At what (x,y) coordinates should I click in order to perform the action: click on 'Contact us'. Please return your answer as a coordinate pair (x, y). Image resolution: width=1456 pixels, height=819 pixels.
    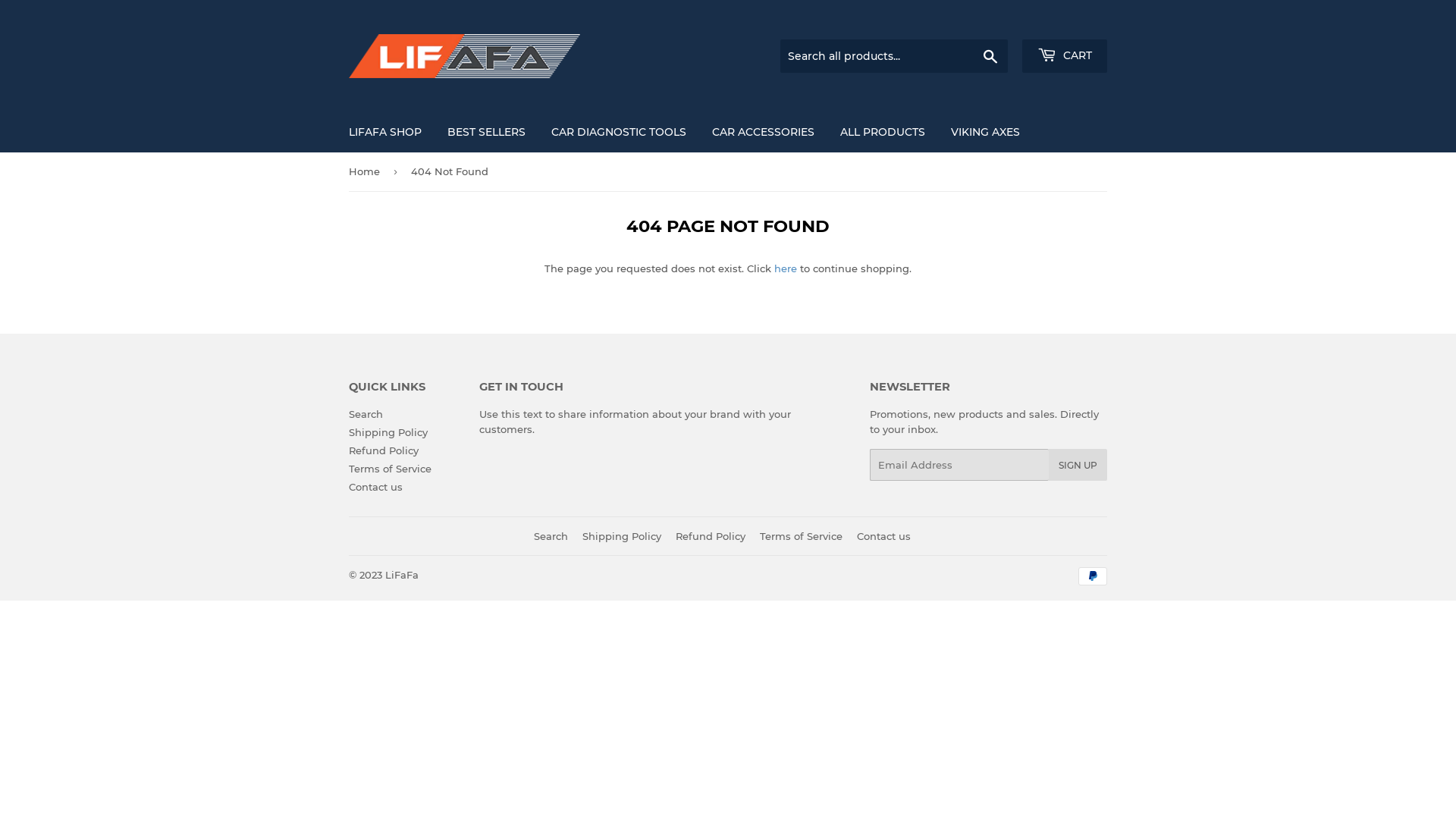
    Looking at the image, I should click on (348, 486).